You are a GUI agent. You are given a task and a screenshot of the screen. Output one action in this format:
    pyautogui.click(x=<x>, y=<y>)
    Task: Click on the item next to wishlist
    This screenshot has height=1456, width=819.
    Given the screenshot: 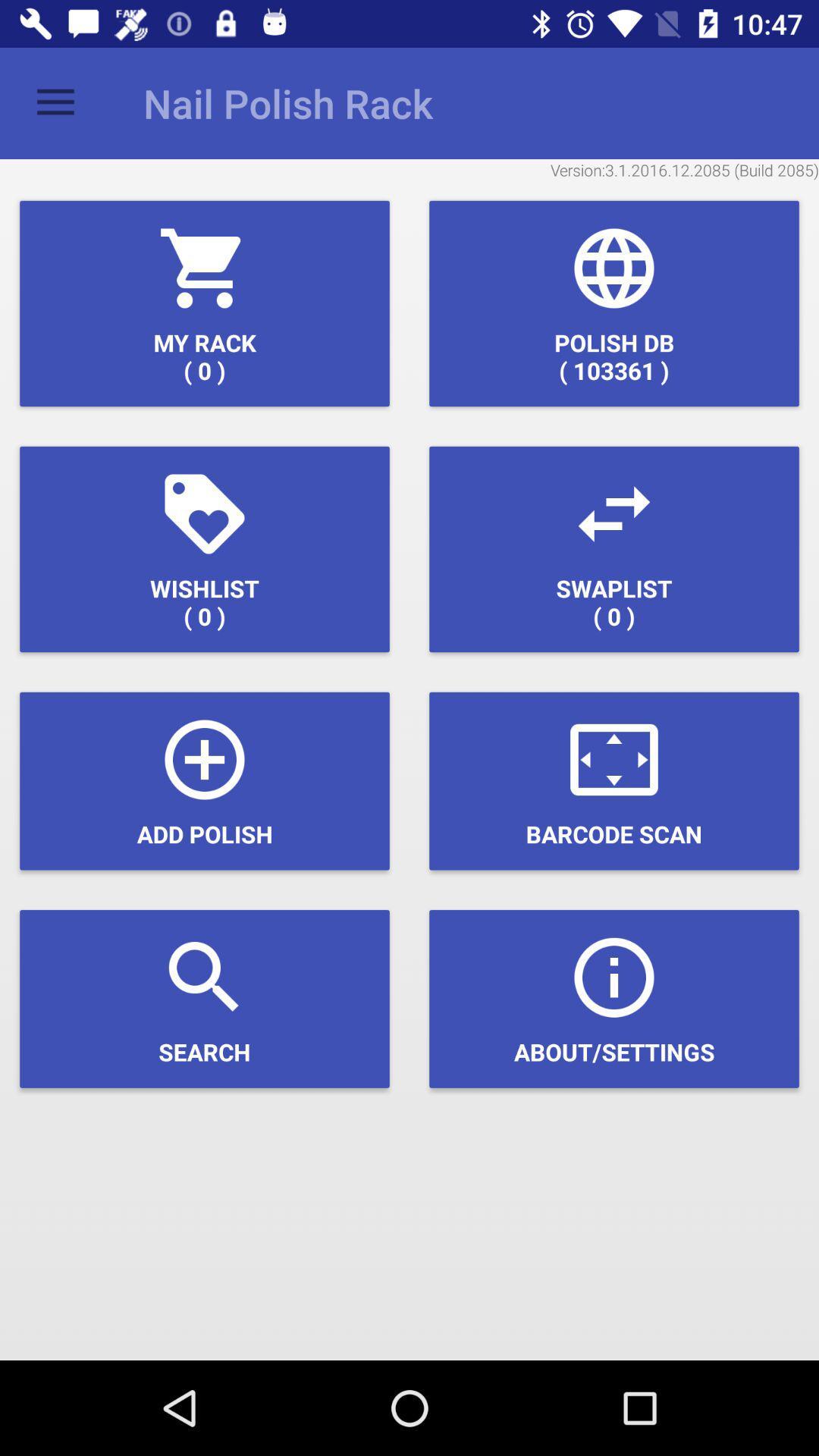 What is the action you would take?
    pyautogui.click(x=614, y=548)
    